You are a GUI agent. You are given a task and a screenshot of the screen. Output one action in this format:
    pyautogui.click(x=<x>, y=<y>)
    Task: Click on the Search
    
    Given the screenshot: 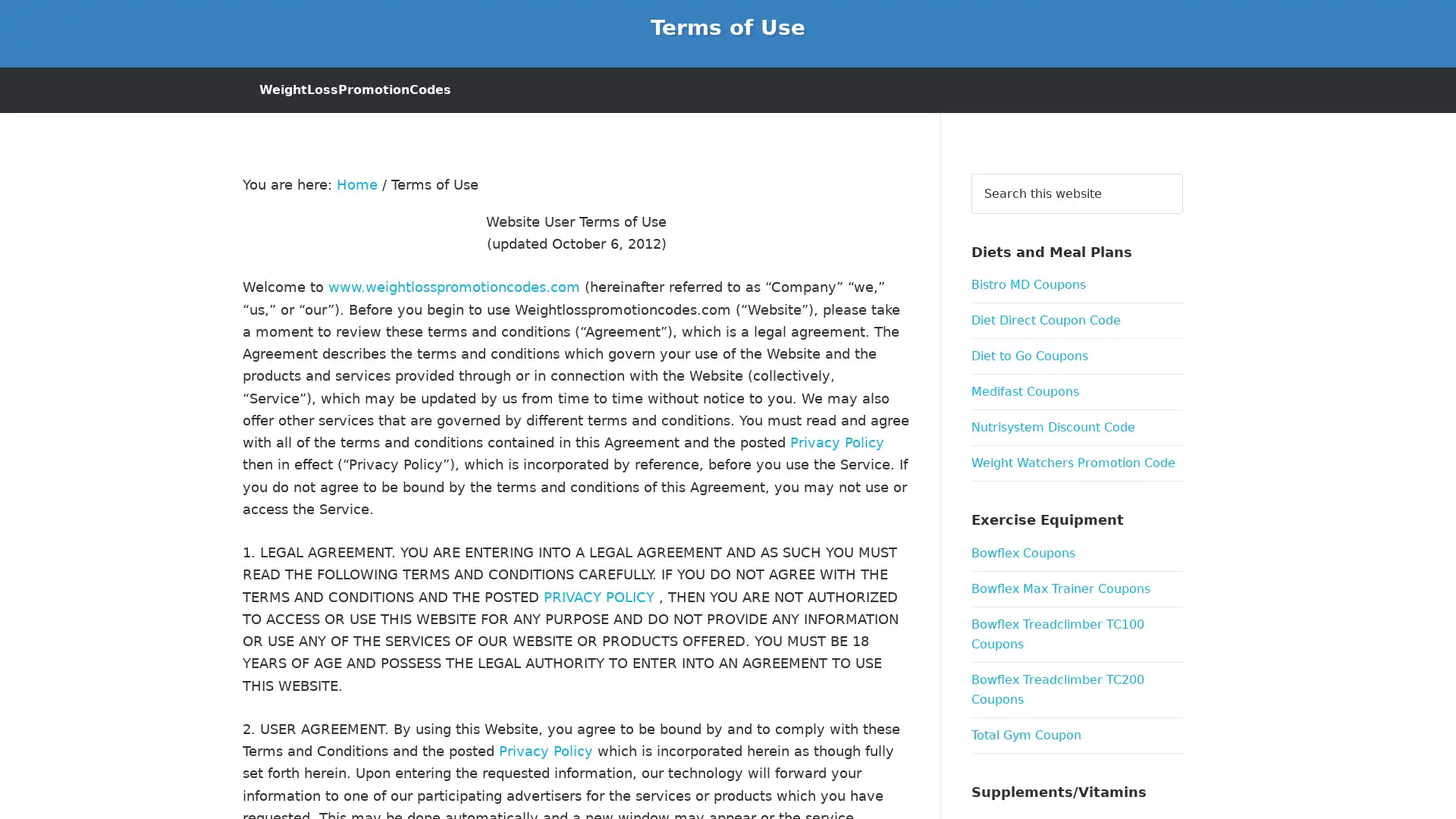 What is the action you would take?
    pyautogui.click(x=1181, y=171)
    